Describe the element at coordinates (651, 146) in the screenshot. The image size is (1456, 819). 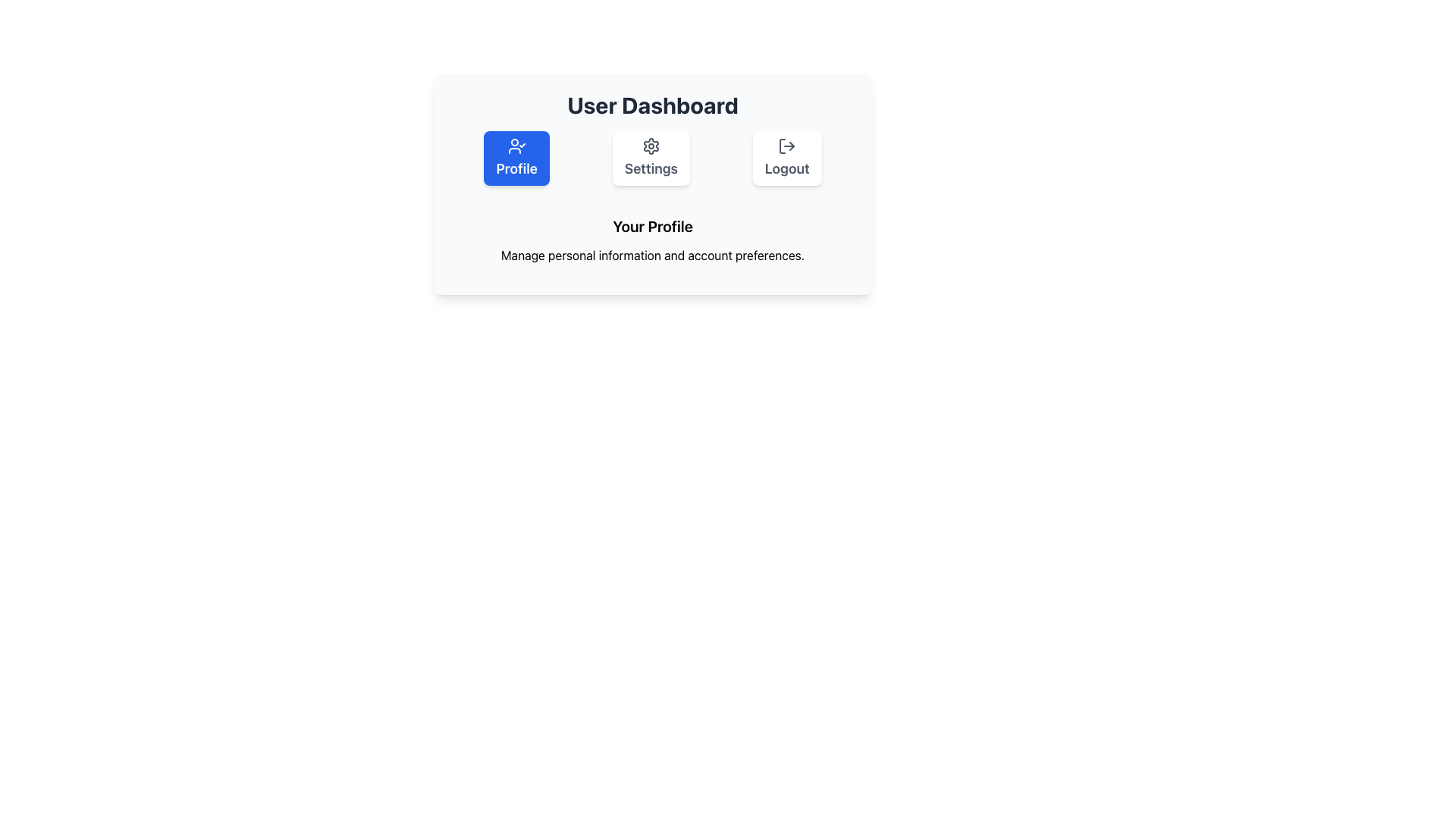
I see `the gear icon representing the settings feature, which is located centrally in the settings section, positioned between the profile and logout options` at that location.